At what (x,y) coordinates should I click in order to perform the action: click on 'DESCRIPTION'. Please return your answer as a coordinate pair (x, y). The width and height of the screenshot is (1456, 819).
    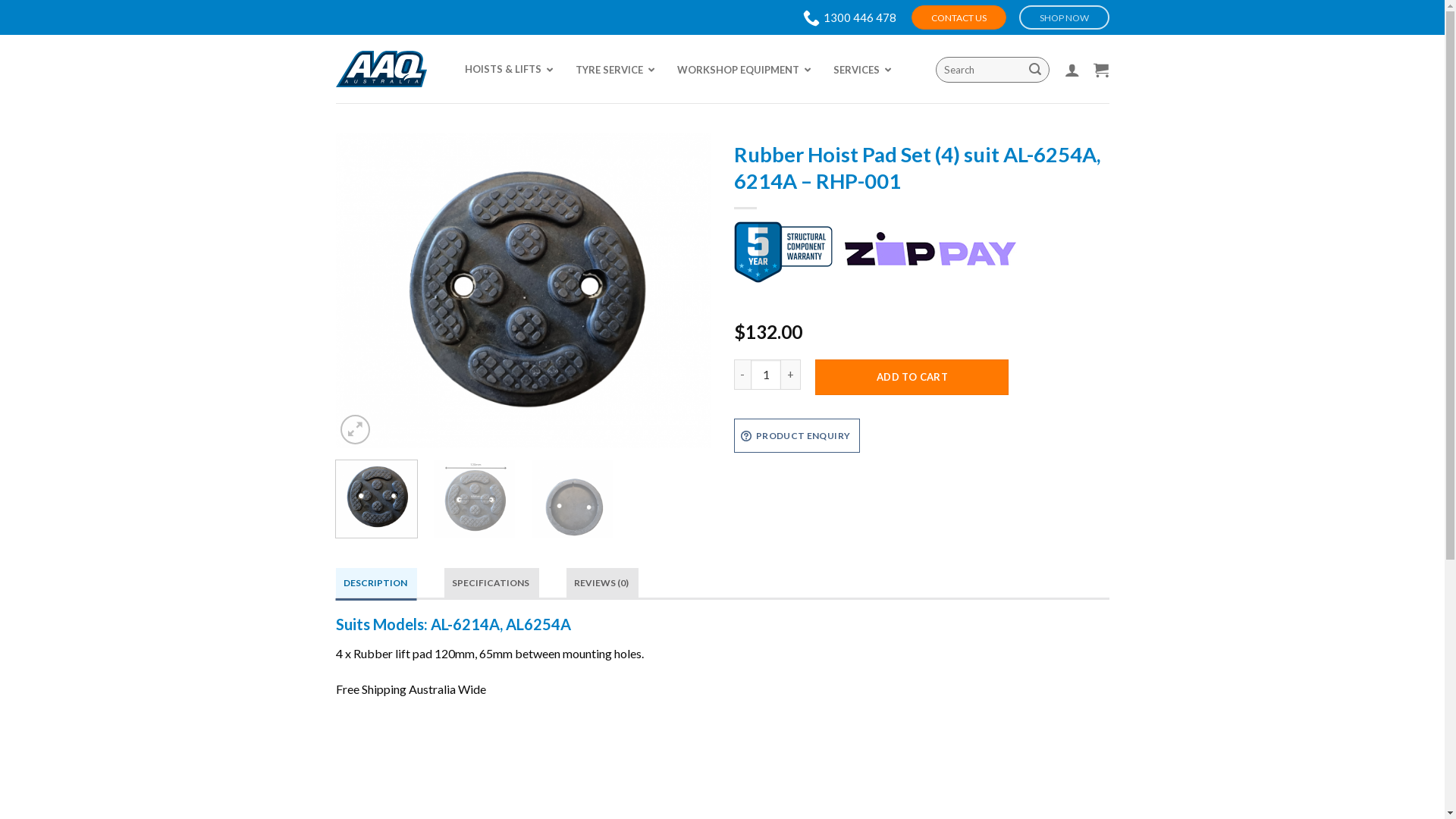
    Looking at the image, I should click on (375, 582).